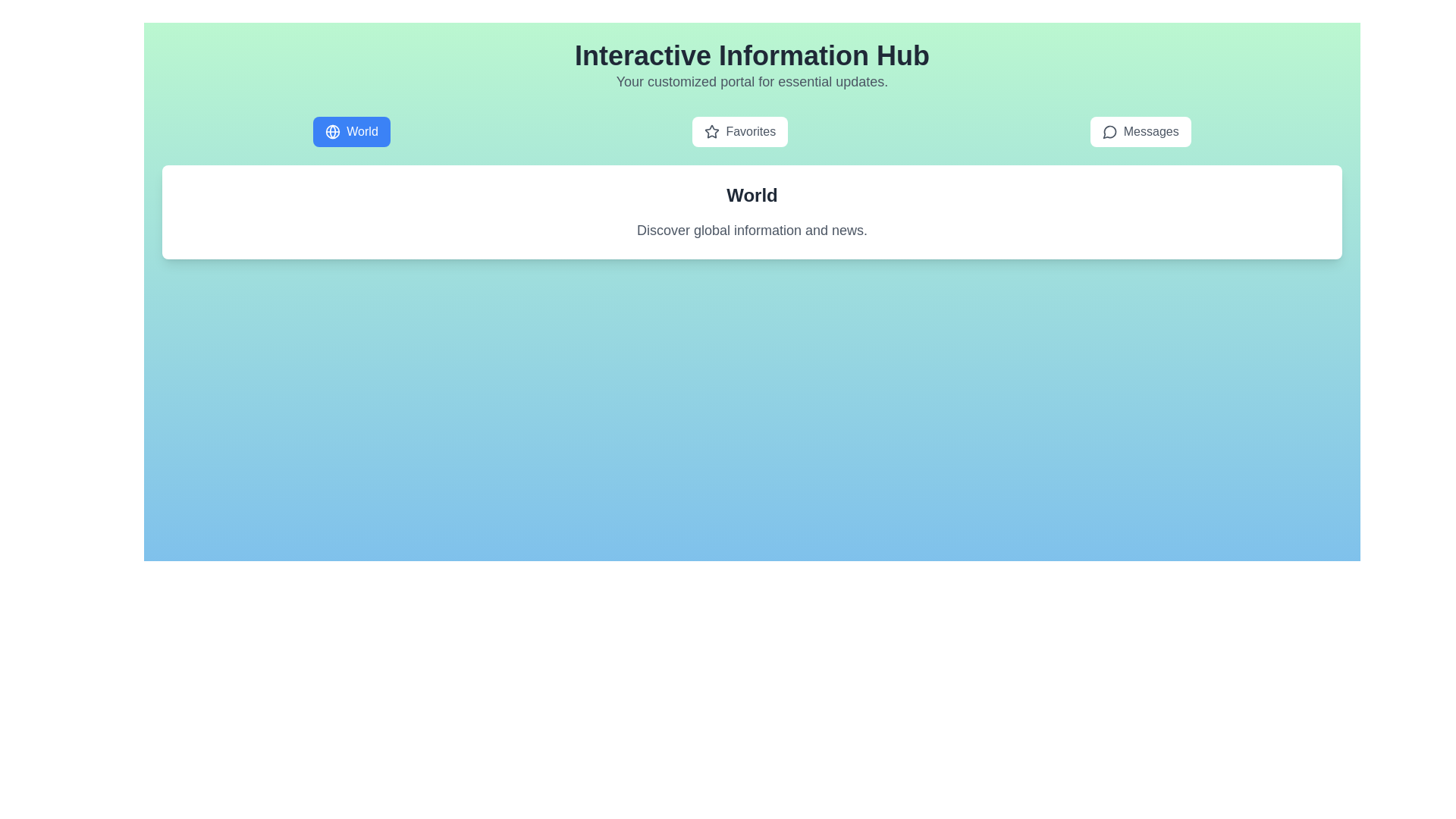 The height and width of the screenshot is (819, 1456). Describe the element at coordinates (351, 130) in the screenshot. I see `the tab labeled World to observe the hover effect` at that location.